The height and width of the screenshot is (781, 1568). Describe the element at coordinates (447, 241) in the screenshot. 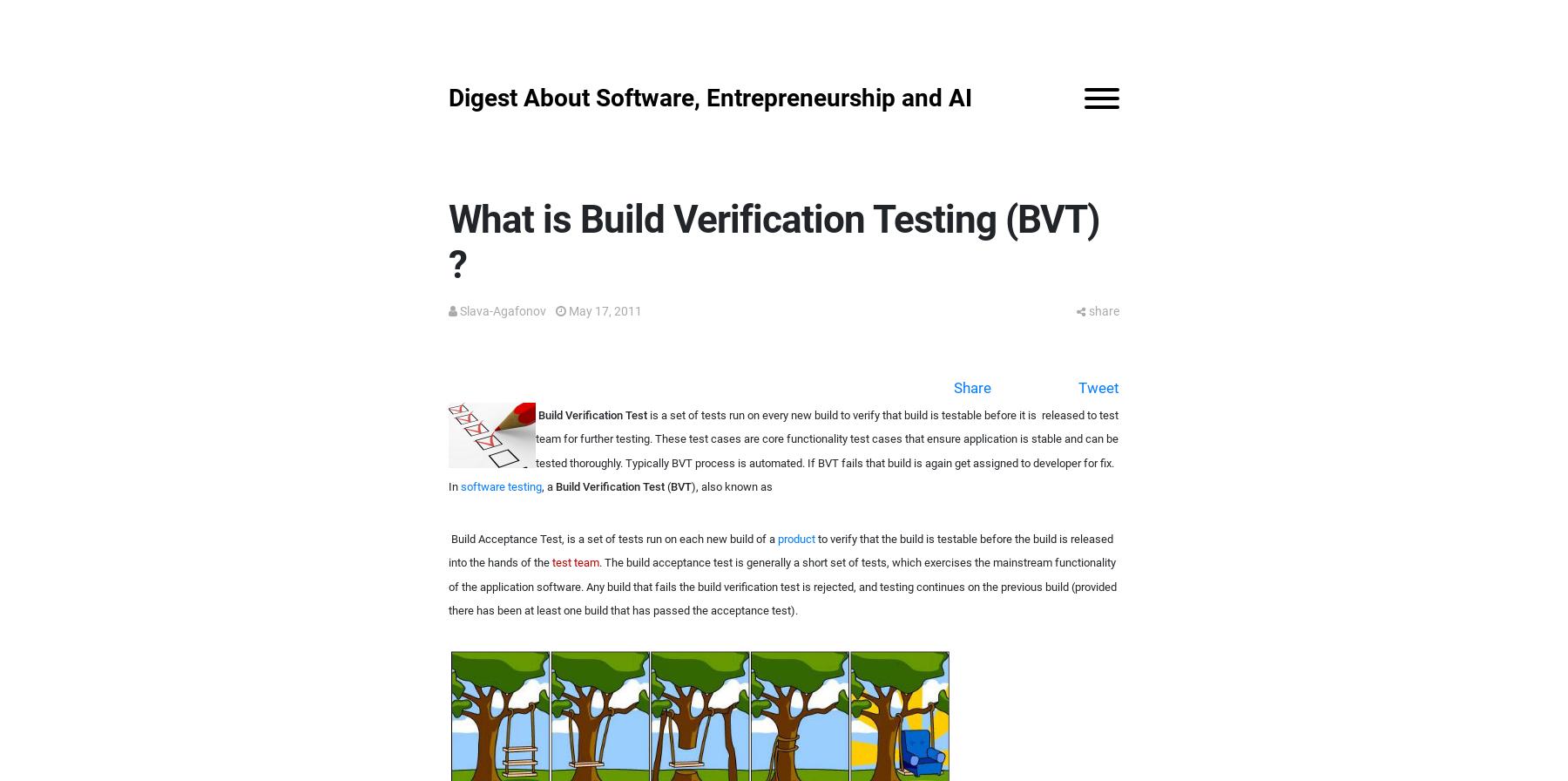

I see `'What is Build Verification Testing (BVT) ?'` at that location.